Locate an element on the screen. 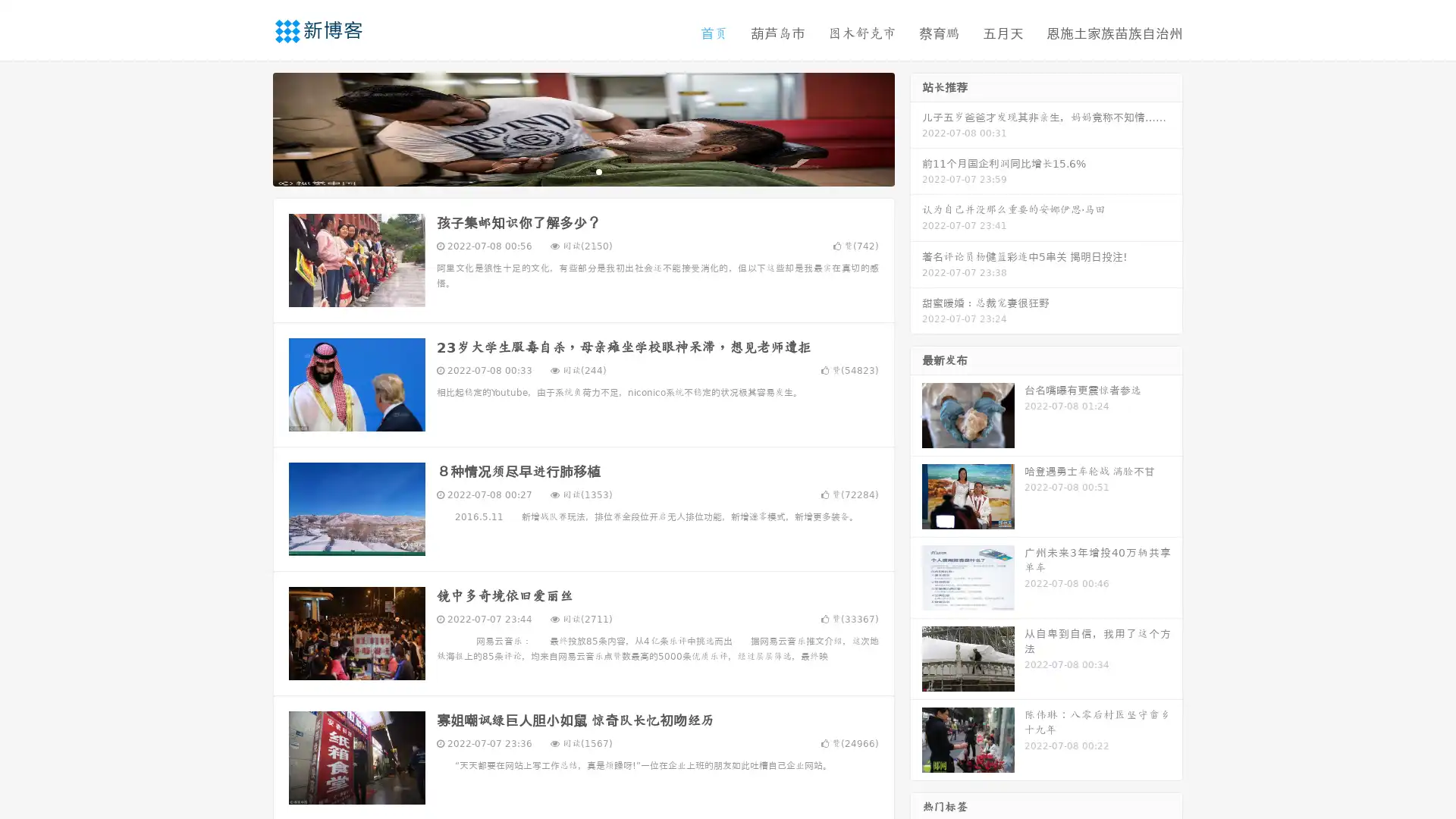 This screenshot has width=1456, height=819. Previous slide is located at coordinates (250, 127).